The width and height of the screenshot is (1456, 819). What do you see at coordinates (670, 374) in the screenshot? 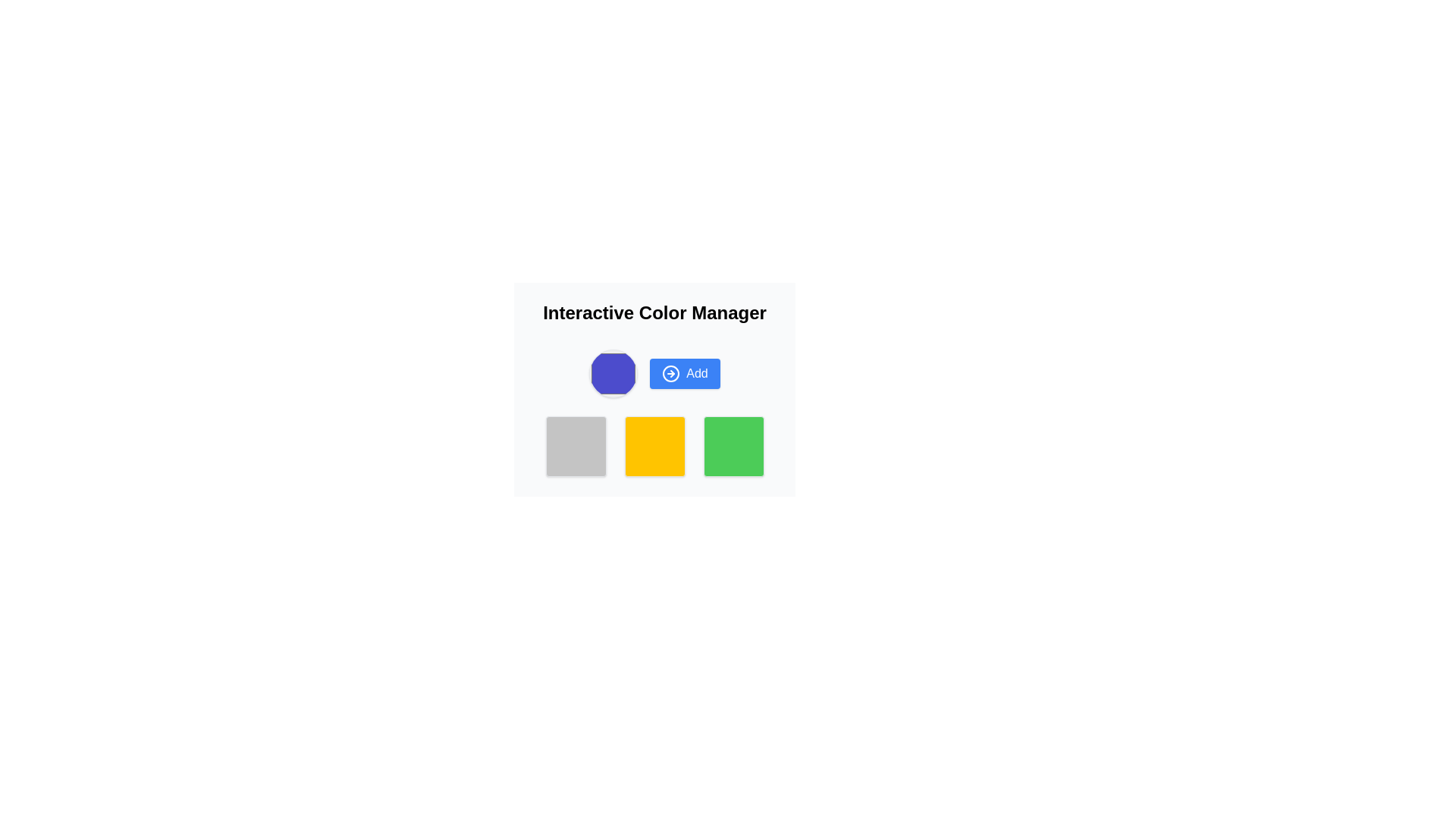
I see `the filled circle with a blue outline and a white interior, which is located within a button featuring an arrow pointing to the right` at bounding box center [670, 374].